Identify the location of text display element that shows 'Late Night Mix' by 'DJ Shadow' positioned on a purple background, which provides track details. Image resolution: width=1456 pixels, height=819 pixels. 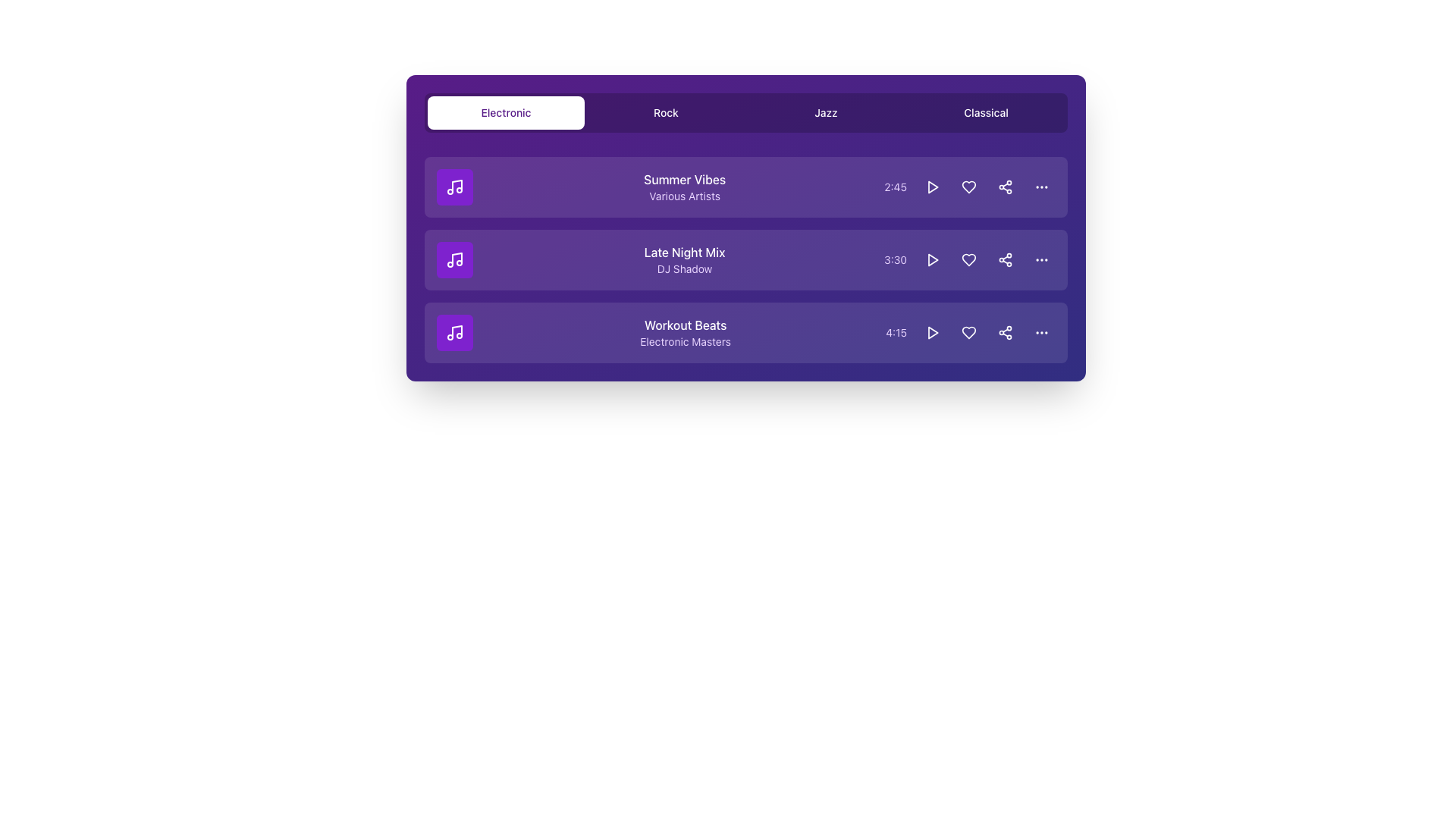
(683, 259).